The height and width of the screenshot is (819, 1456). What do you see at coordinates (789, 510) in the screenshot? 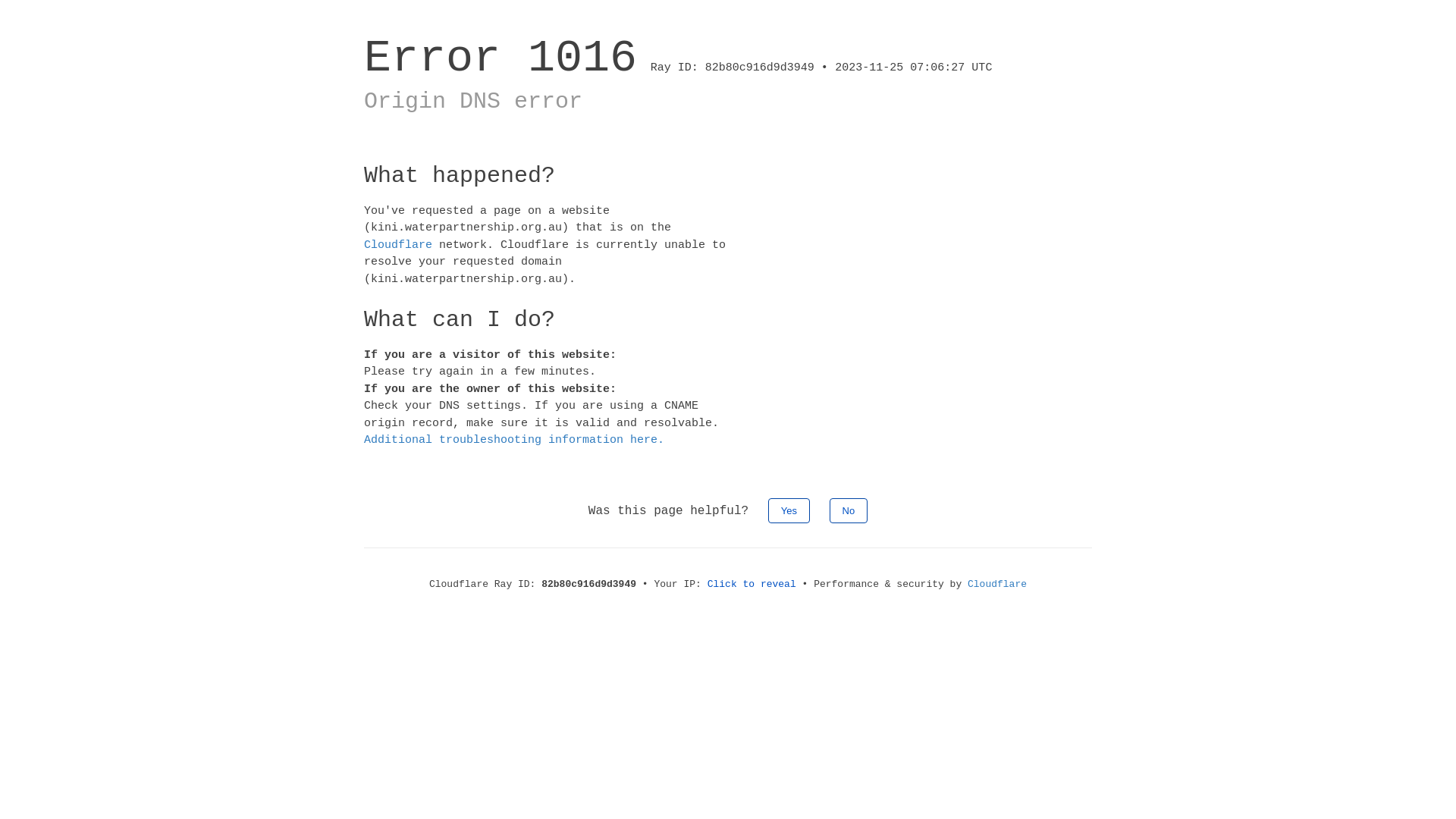
I see `'Yes'` at bounding box center [789, 510].